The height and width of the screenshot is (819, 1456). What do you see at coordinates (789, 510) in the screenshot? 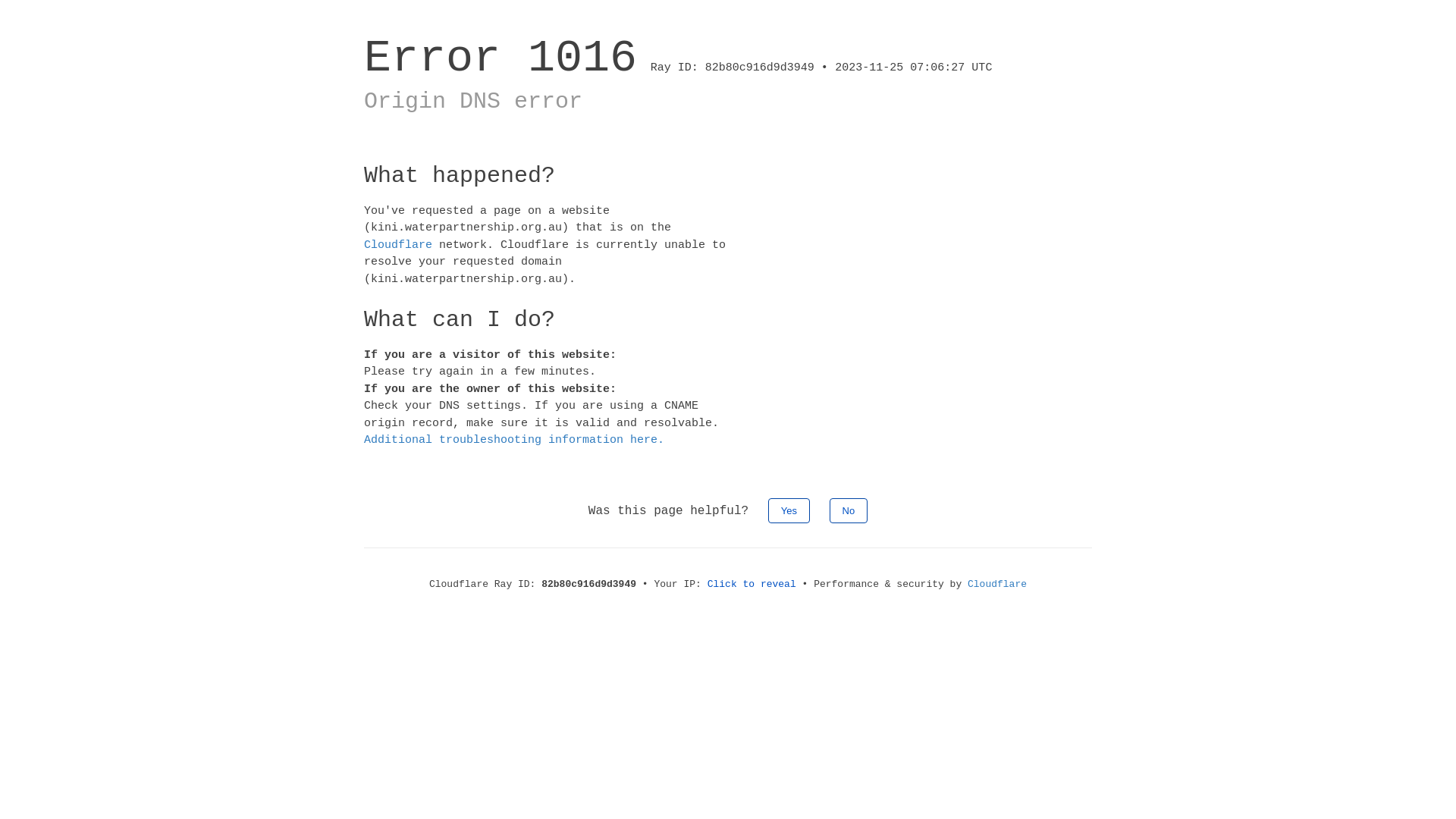
I see `'Yes'` at bounding box center [789, 510].